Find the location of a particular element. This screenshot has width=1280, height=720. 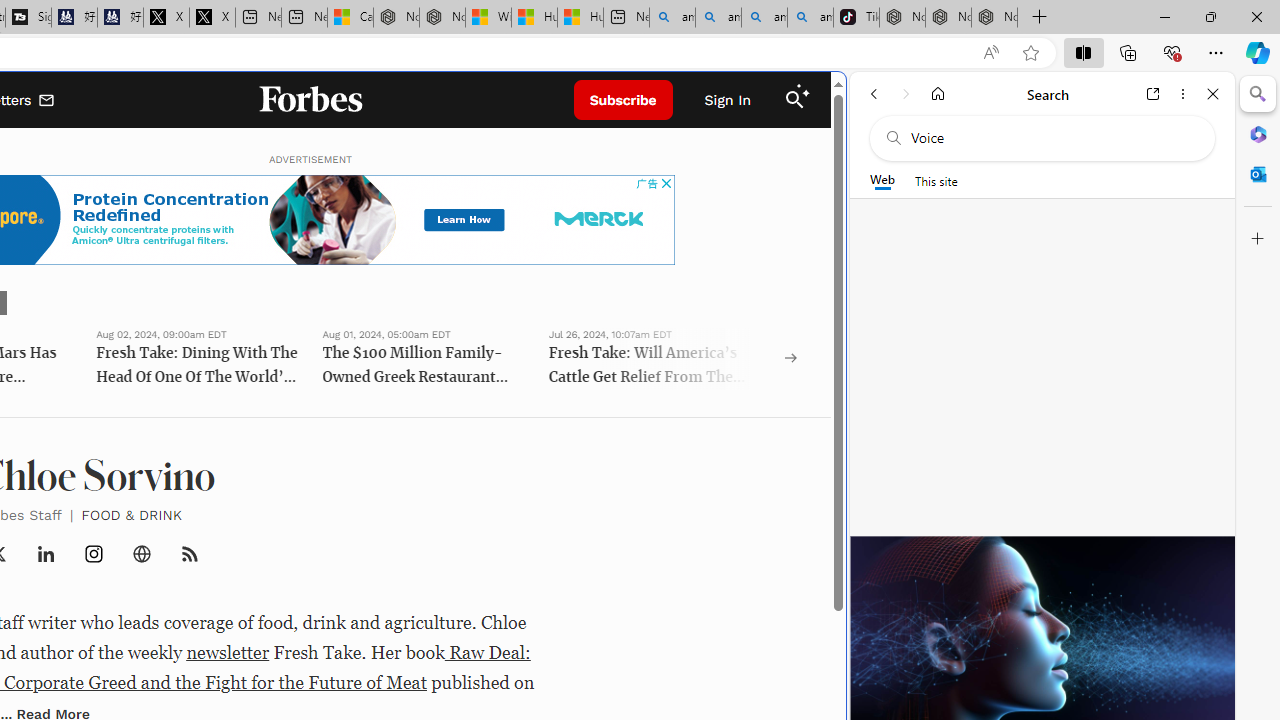

'Class: sparkles_svg__fs-icon sparkles_svg__fs-icon--sparkles' is located at coordinates (803, 91).